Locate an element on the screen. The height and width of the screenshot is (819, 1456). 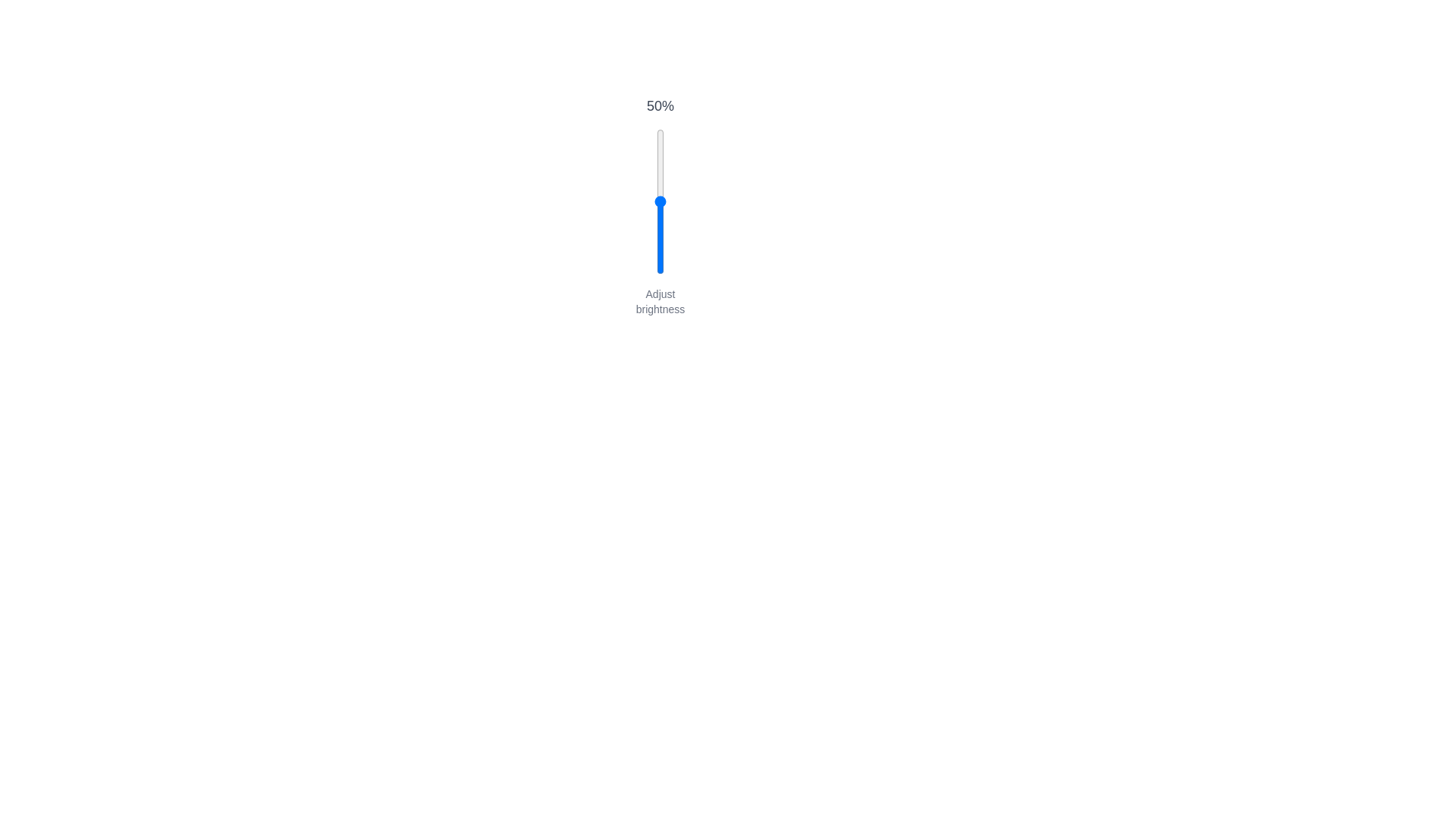
the vertical slider with a gradient handle, which is currently set to 50%, to observe the hover state effects is located at coordinates (660, 201).